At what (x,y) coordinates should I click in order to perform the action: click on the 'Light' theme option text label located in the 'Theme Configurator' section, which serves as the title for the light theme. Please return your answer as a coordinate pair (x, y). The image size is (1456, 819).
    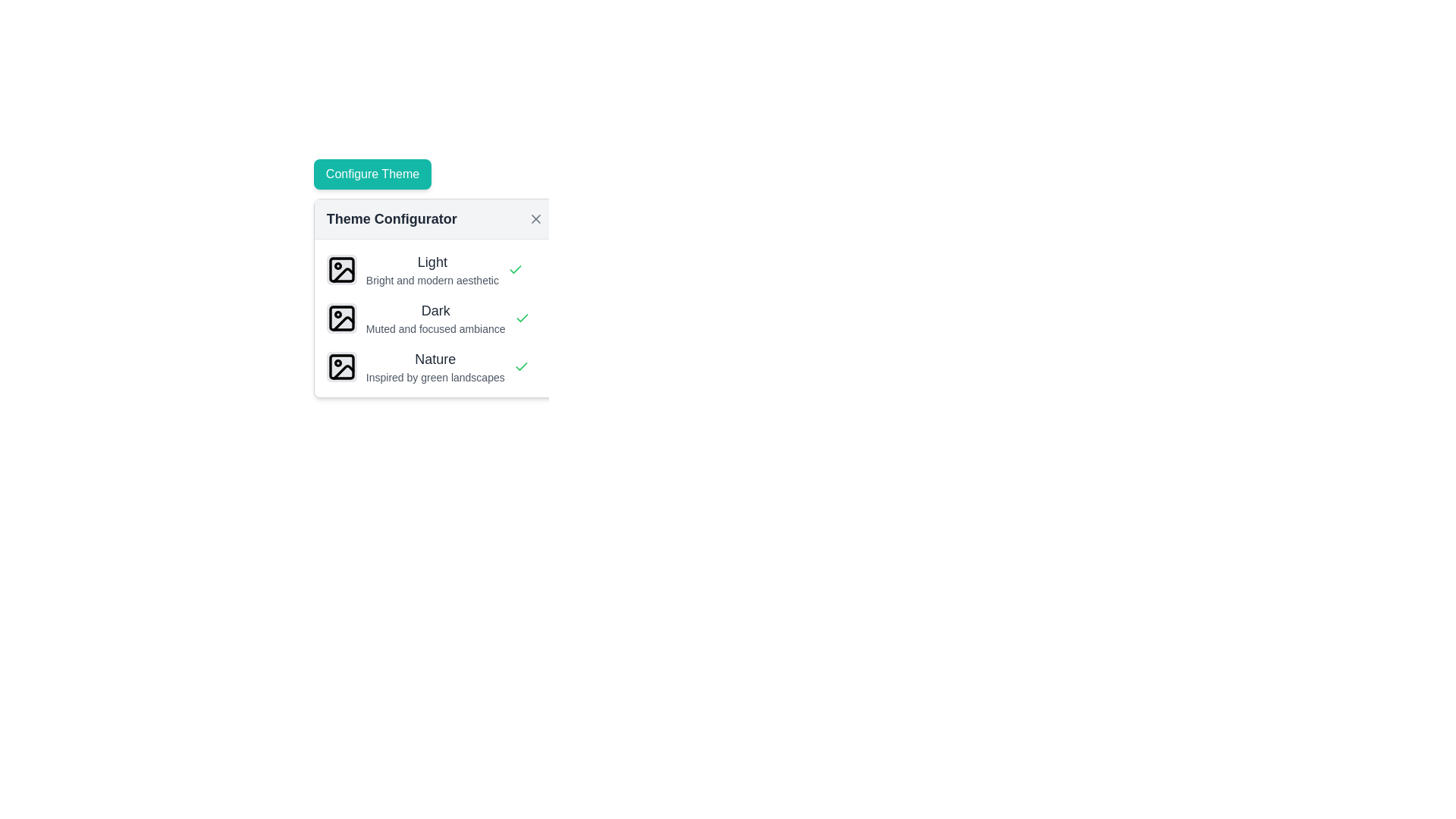
    Looking at the image, I should click on (431, 262).